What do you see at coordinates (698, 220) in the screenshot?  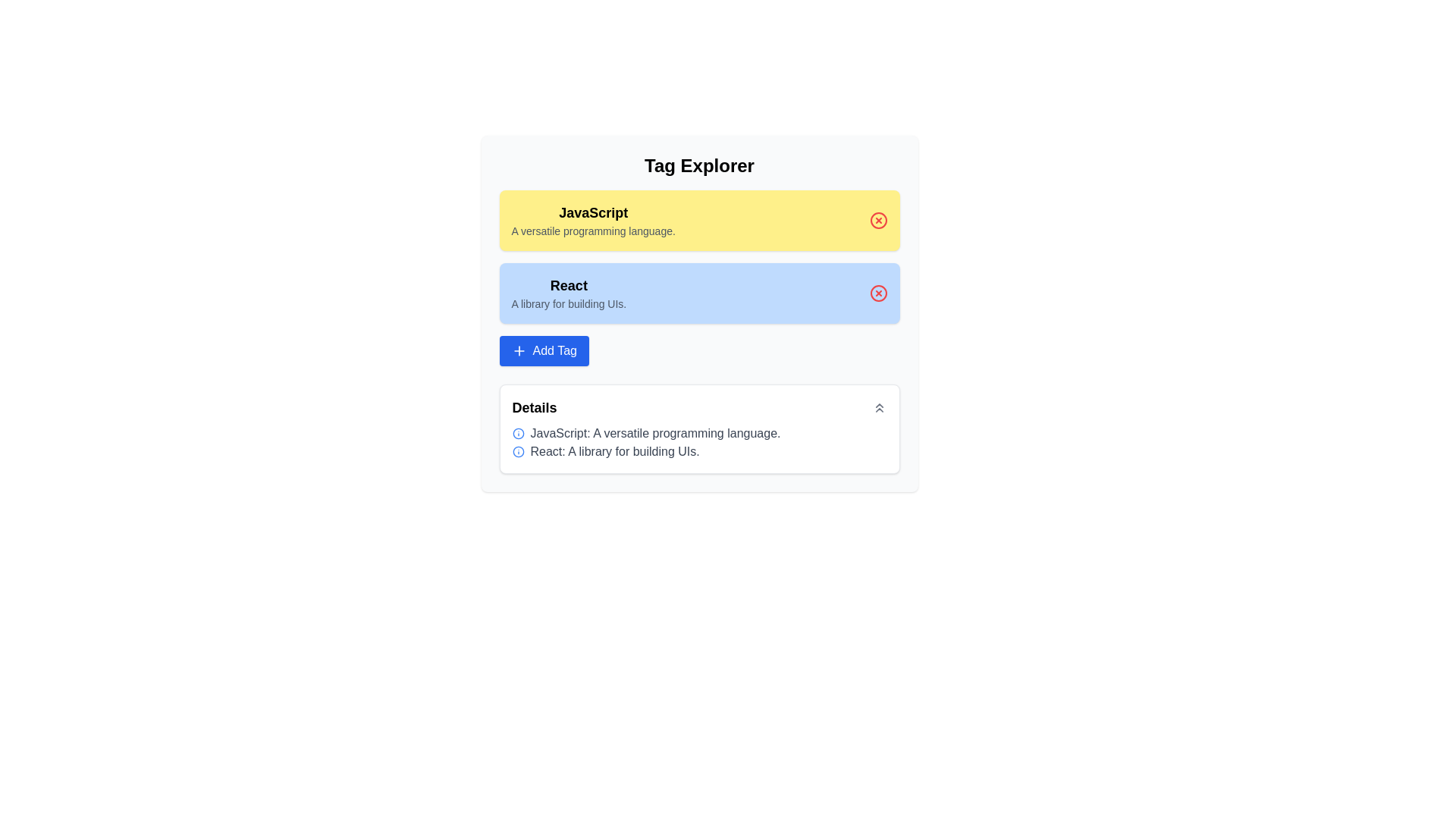 I see `displayed information about 'JavaScript' from the interactive button element with a yellow background and a red circular icon with an 'X'` at bounding box center [698, 220].